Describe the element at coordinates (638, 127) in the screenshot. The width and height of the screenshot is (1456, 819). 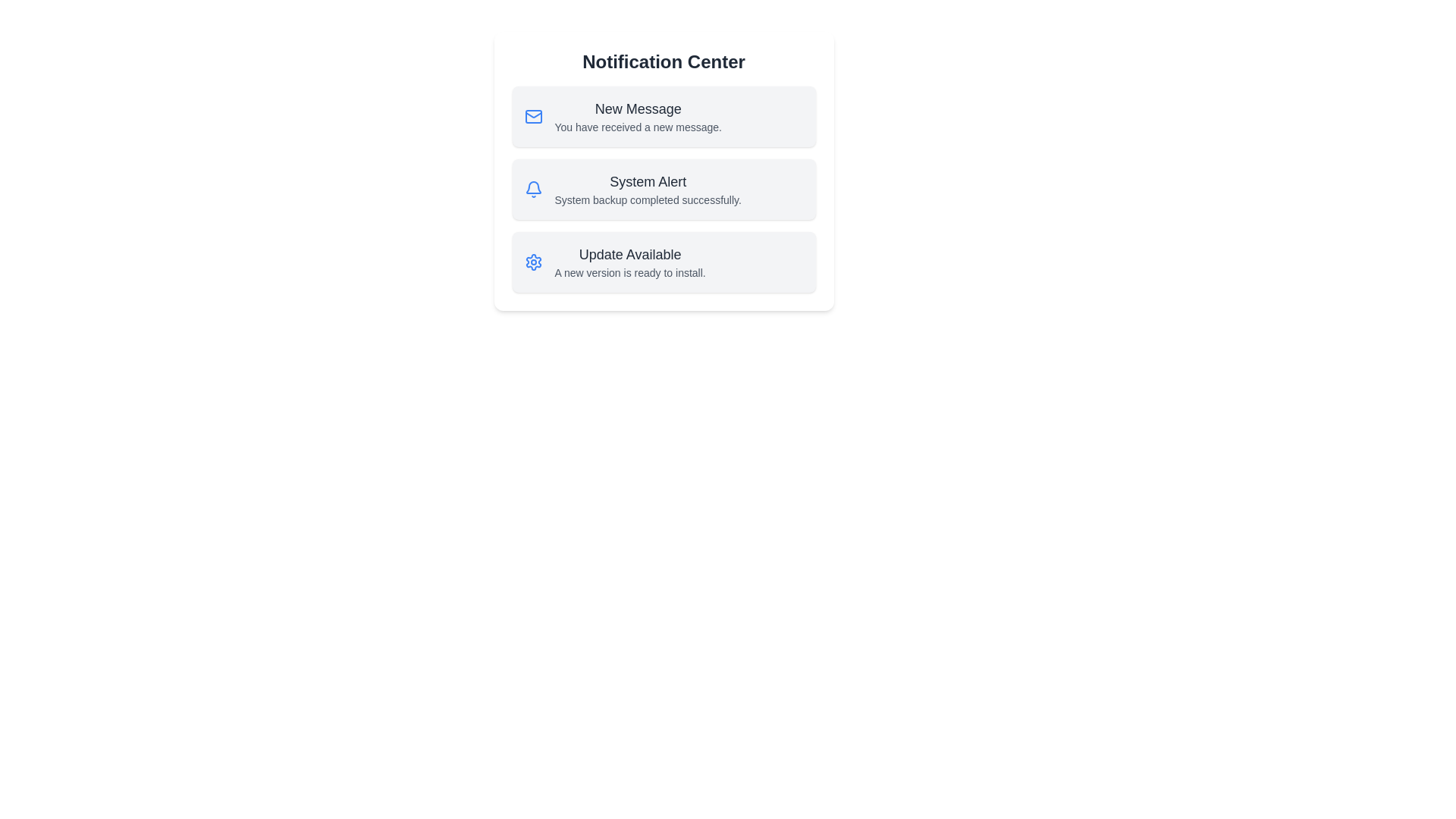
I see `the text providing additional context related to the notification titled 'New Message', which is located directly below the 'New Message' title in the notification box` at that location.